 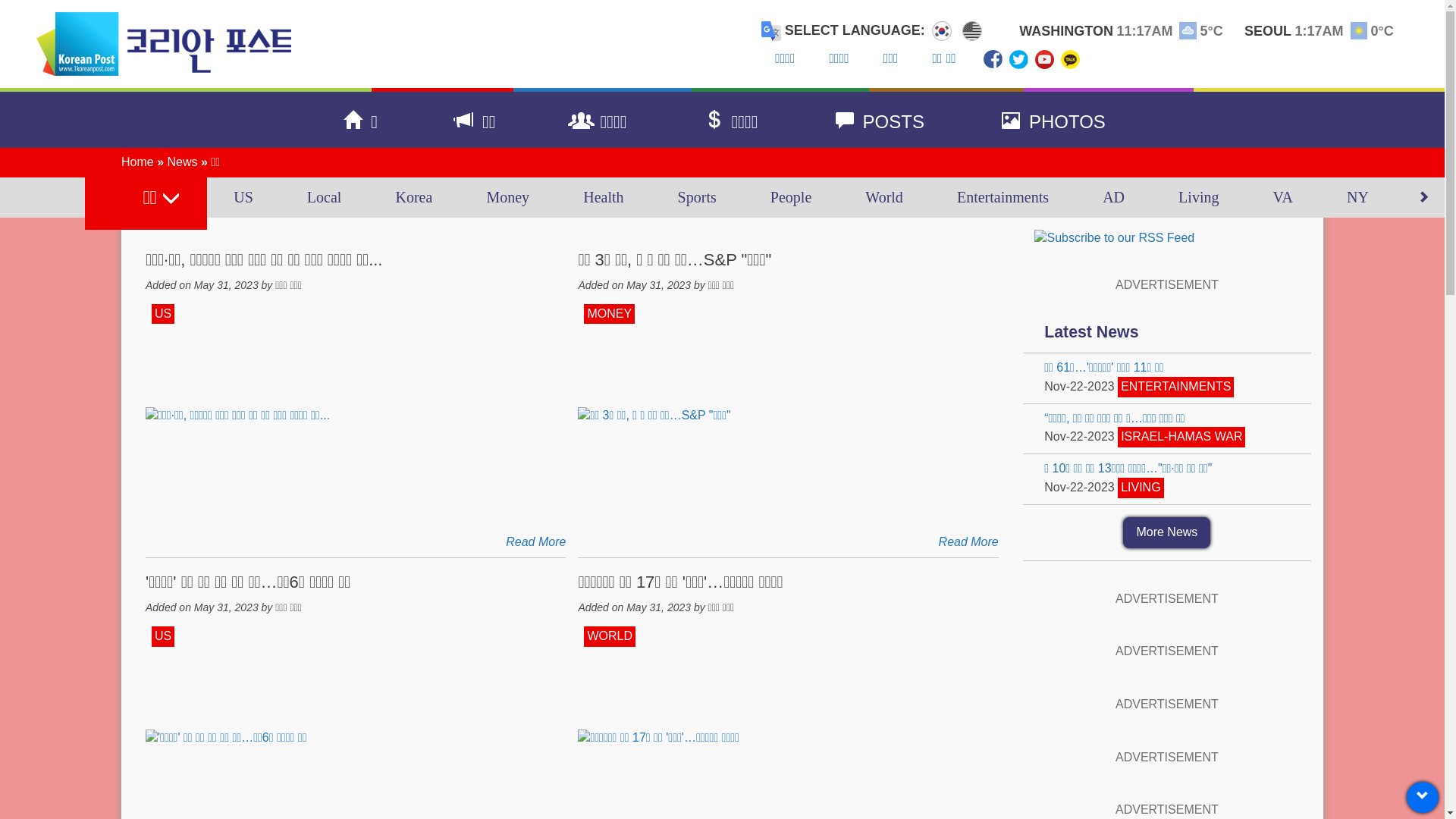 What do you see at coordinates (1002, 197) in the screenshot?
I see `'Entertainments'` at bounding box center [1002, 197].